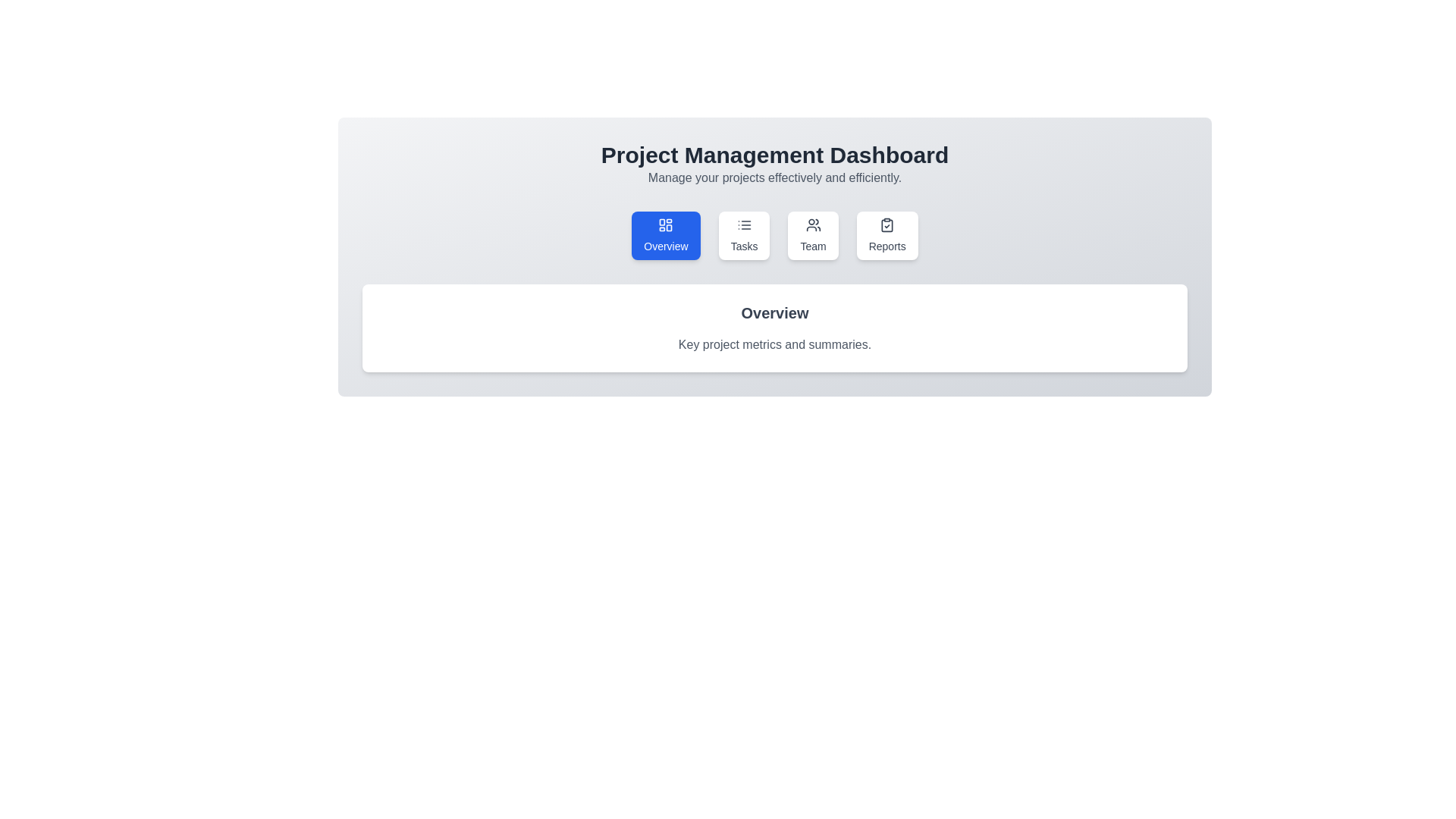 Image resolution: width=1456 pixels, height=819 pixels. I want to click on the tab labeled Team to observe its hover effect, so click(812, 236).